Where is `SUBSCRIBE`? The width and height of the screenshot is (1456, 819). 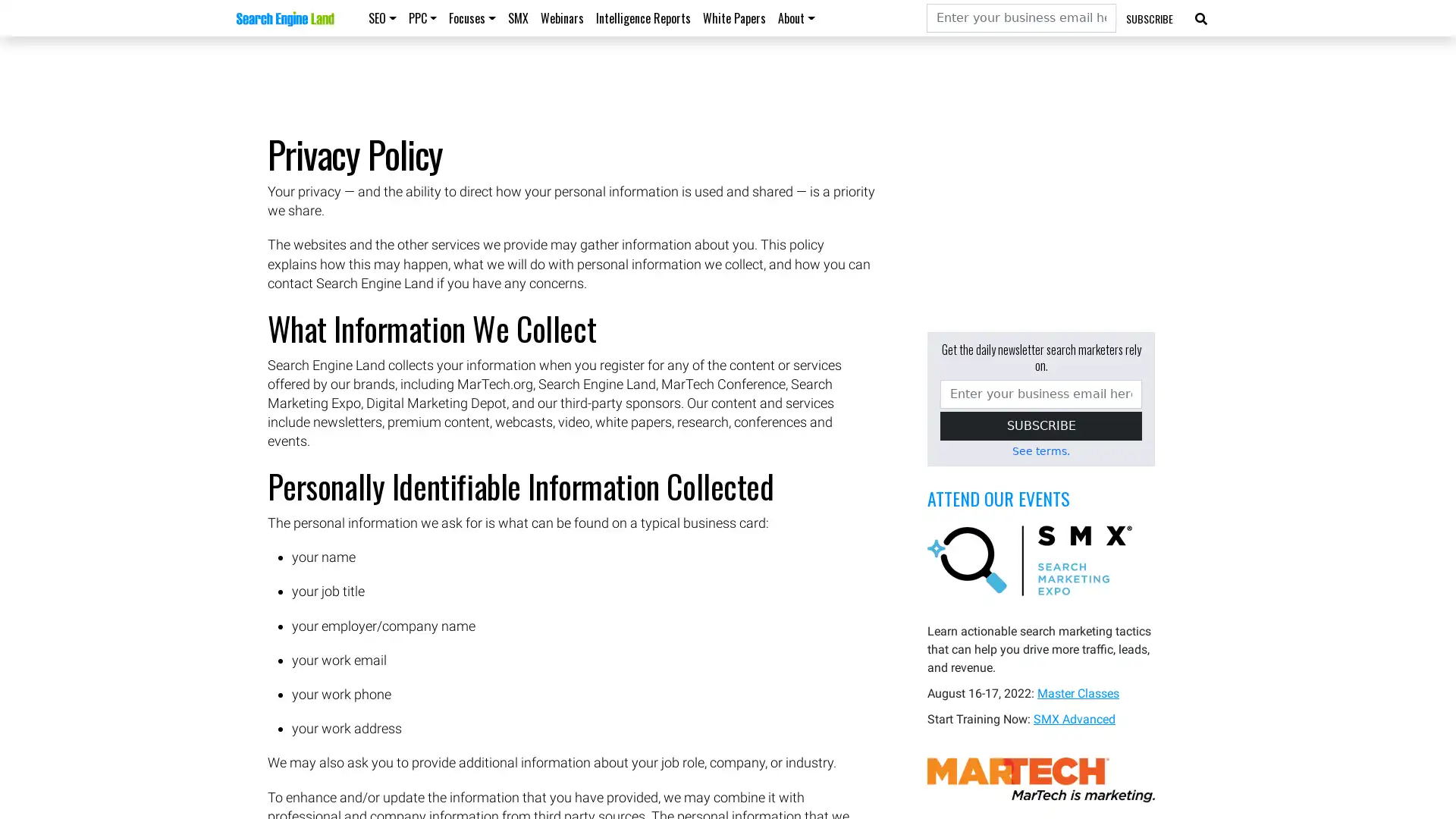 SUBSCRIBE is located at coordinates (1040, 425).